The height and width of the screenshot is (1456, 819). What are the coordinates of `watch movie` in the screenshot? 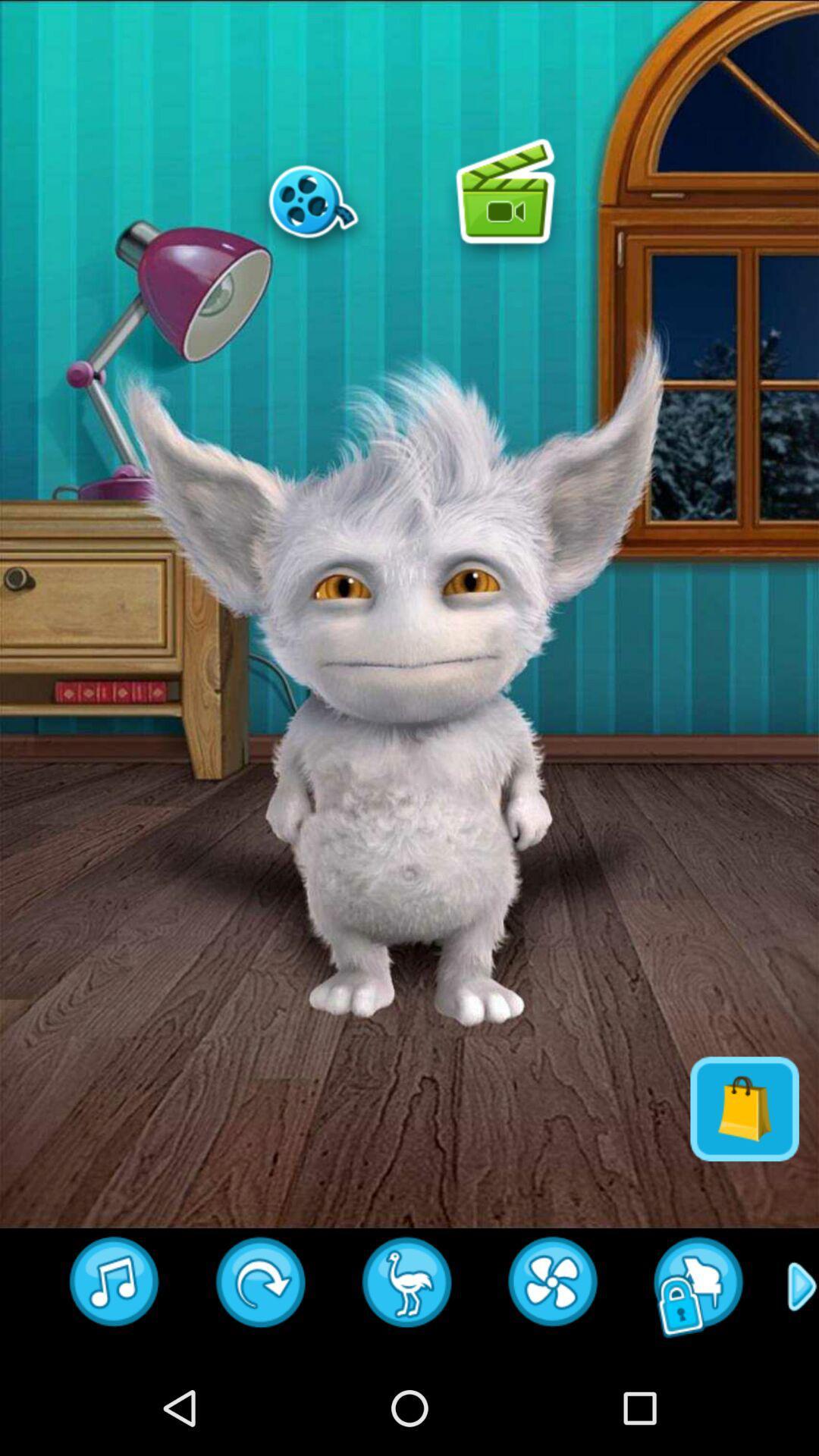 It's located at (312, 200).